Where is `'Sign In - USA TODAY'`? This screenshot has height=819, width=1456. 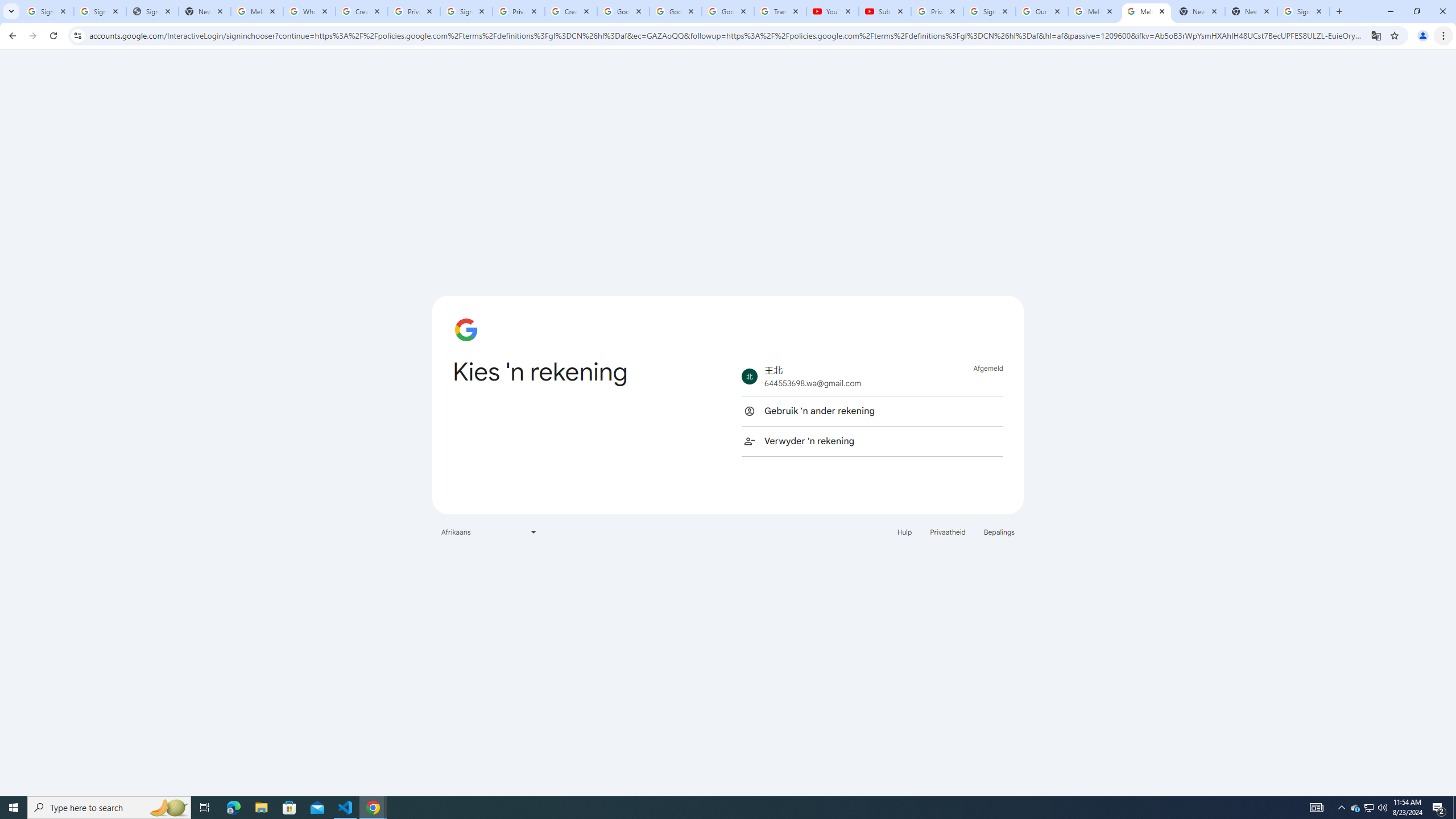
'Sign In - USA TODAY' is located at coordinates (151, 11).